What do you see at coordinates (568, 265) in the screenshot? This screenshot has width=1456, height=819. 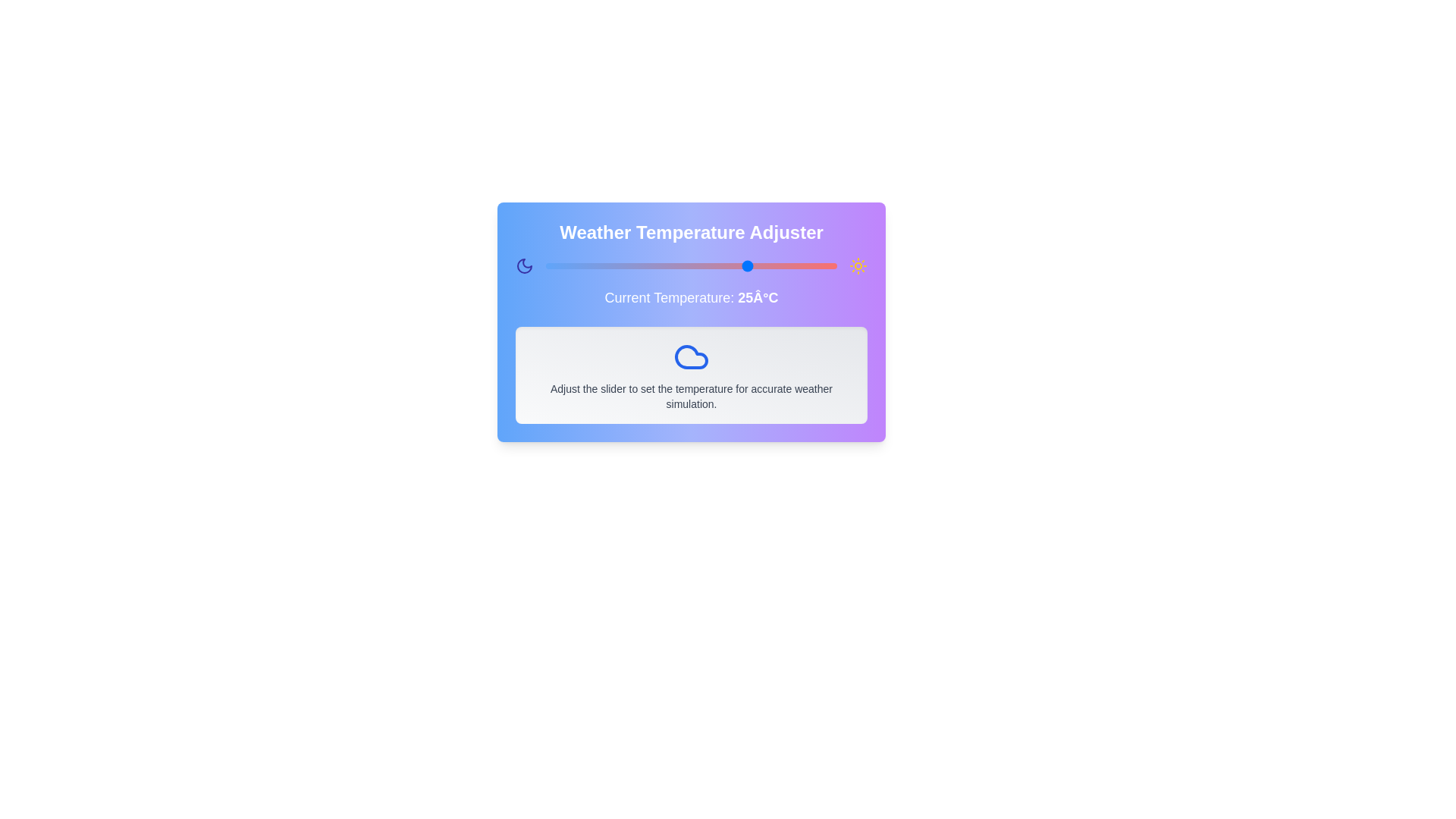 I see `the temperature slider to set the temperature to -6 degrees Celsius` at bounding box center [568, 265].